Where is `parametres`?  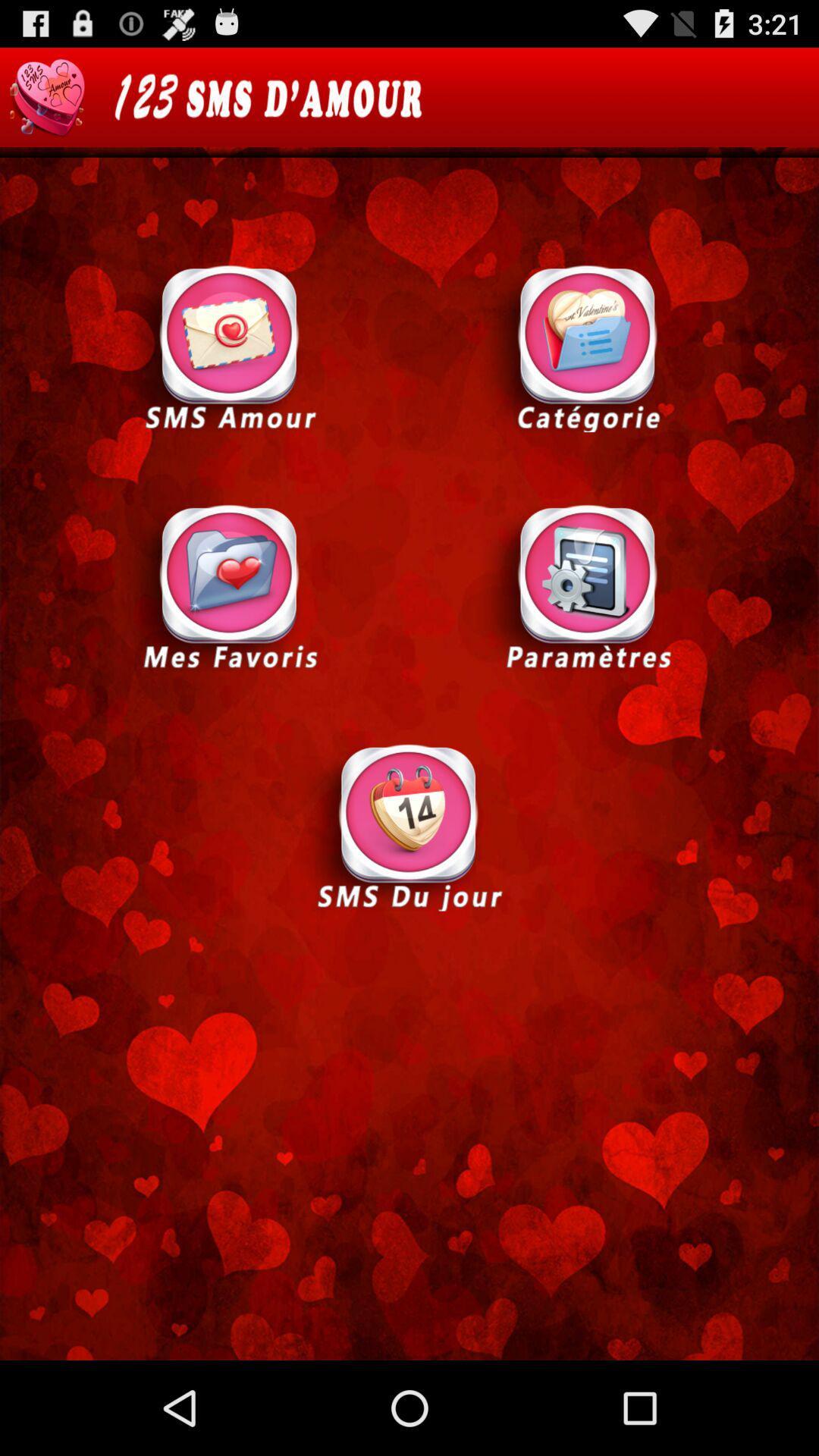 parametres is located at coordinates (587, 585).